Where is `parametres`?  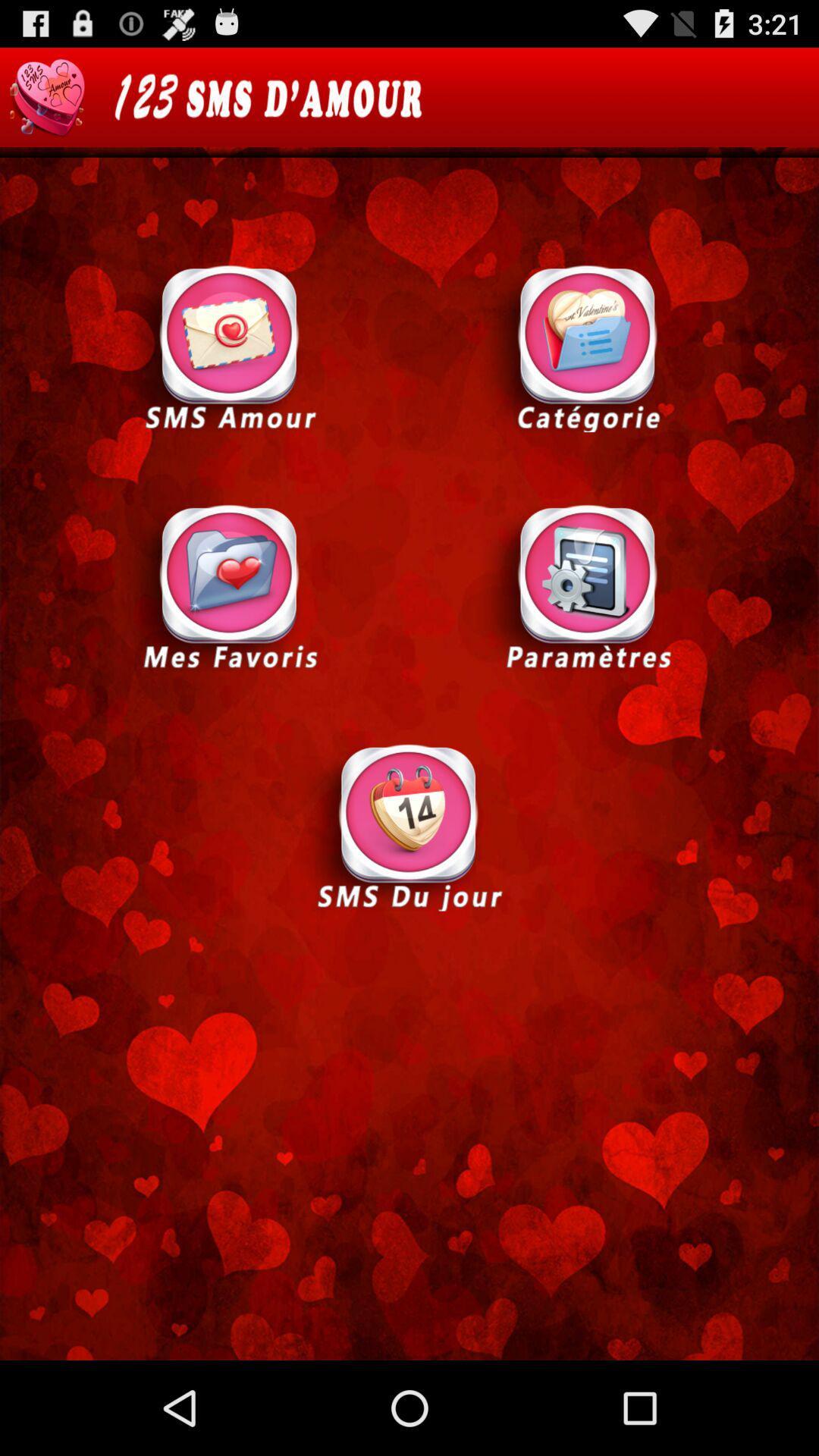 parametres is located at coordinates (587, 585).